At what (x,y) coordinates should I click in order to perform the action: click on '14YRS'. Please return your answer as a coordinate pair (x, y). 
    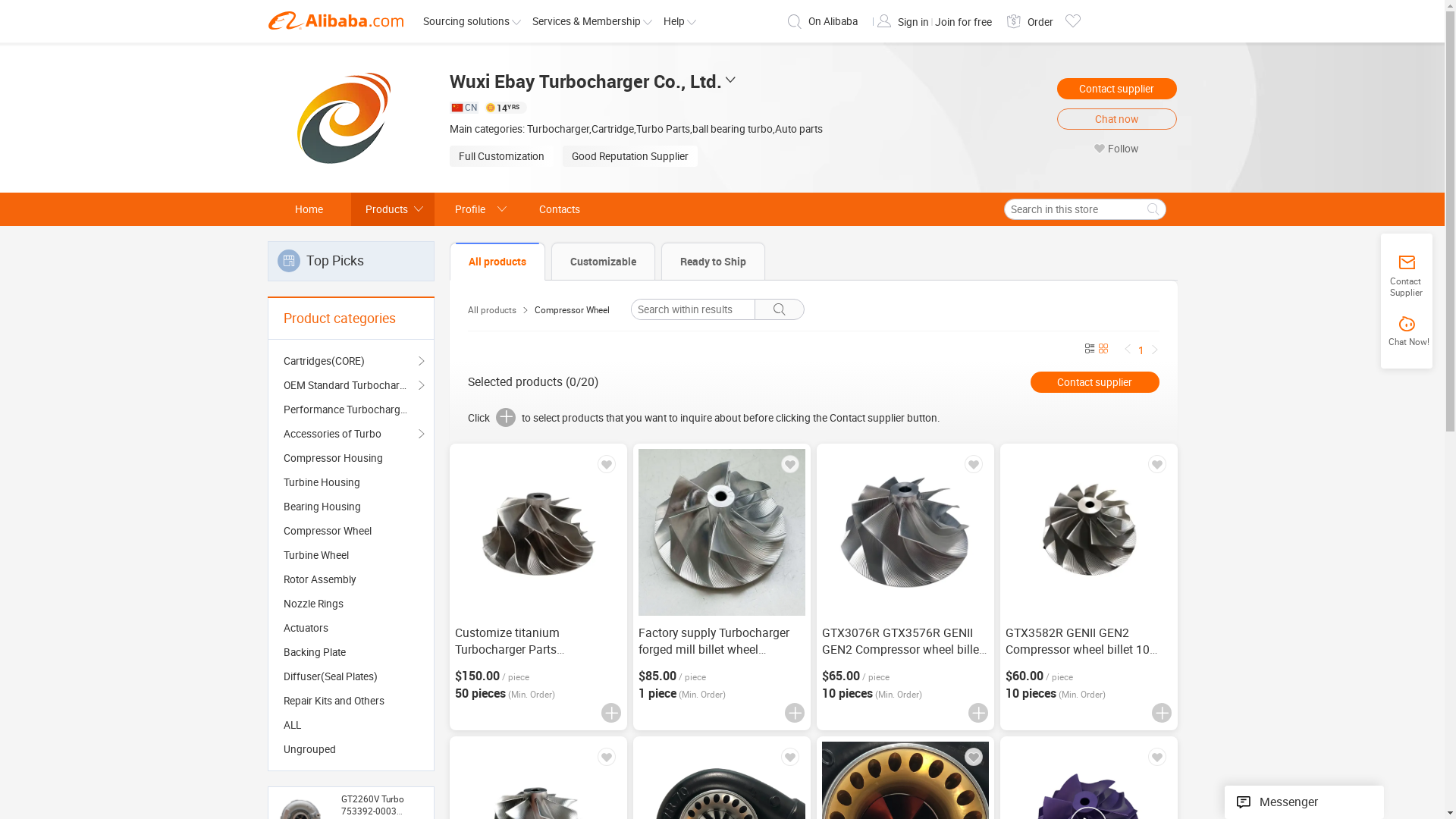
    Looking at the image, I should click on (505, 107).